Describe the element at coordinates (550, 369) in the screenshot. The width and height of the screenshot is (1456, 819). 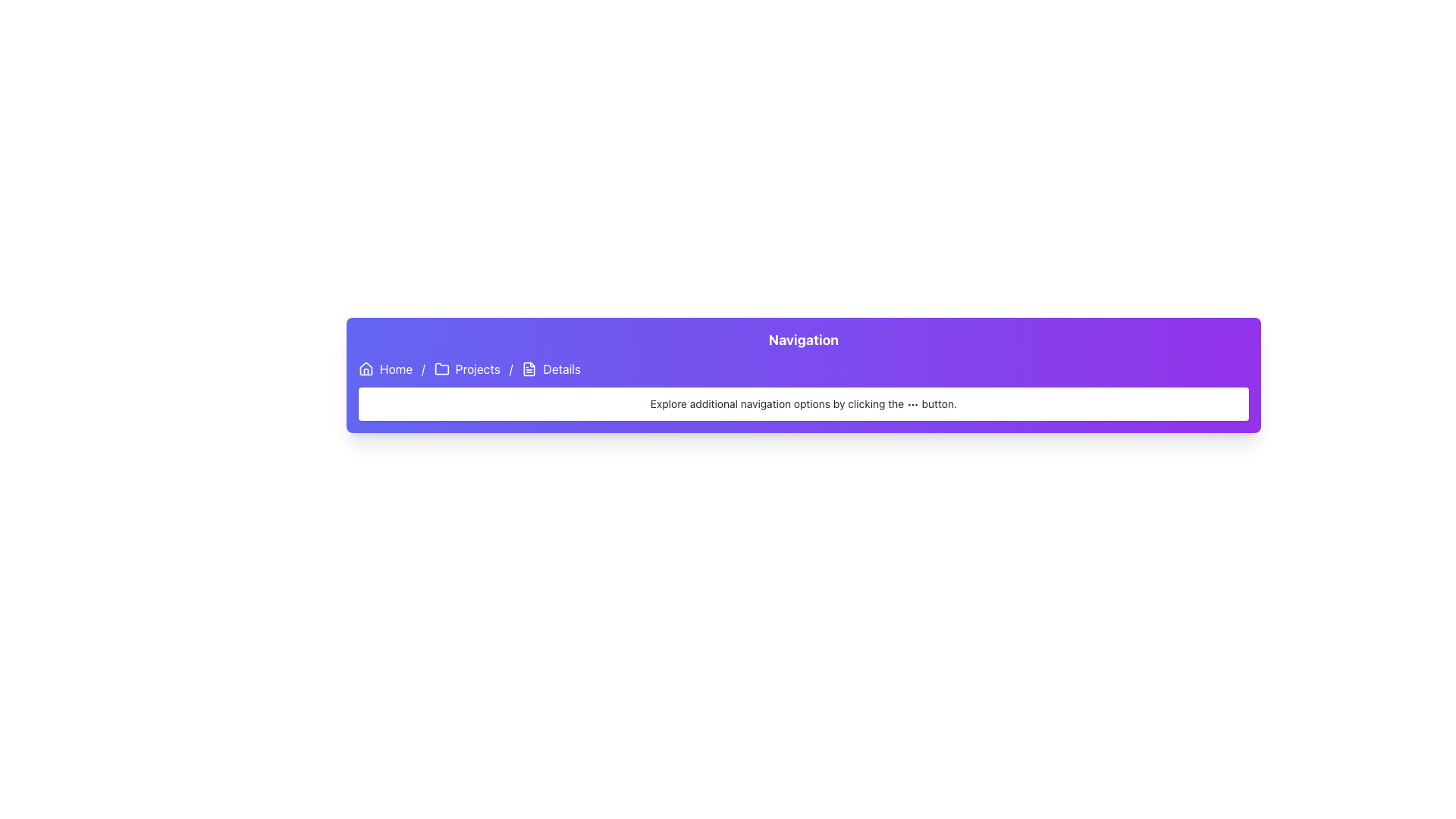
I see `the 'Details' breadcrumb navigation item` at that location.